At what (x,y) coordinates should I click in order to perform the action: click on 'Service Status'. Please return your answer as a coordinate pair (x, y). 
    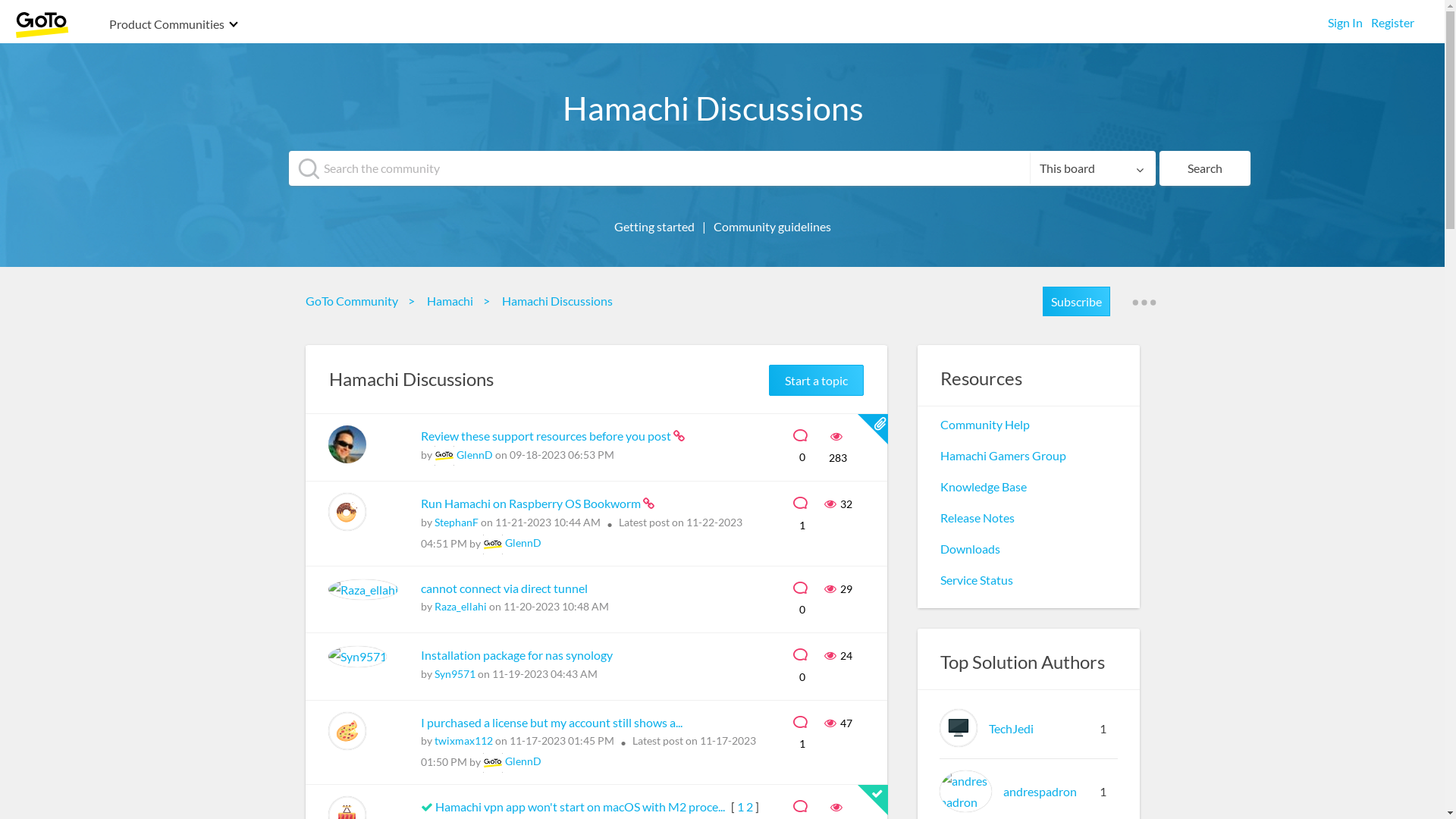
    Looking at the image, I should click on (976, 579).